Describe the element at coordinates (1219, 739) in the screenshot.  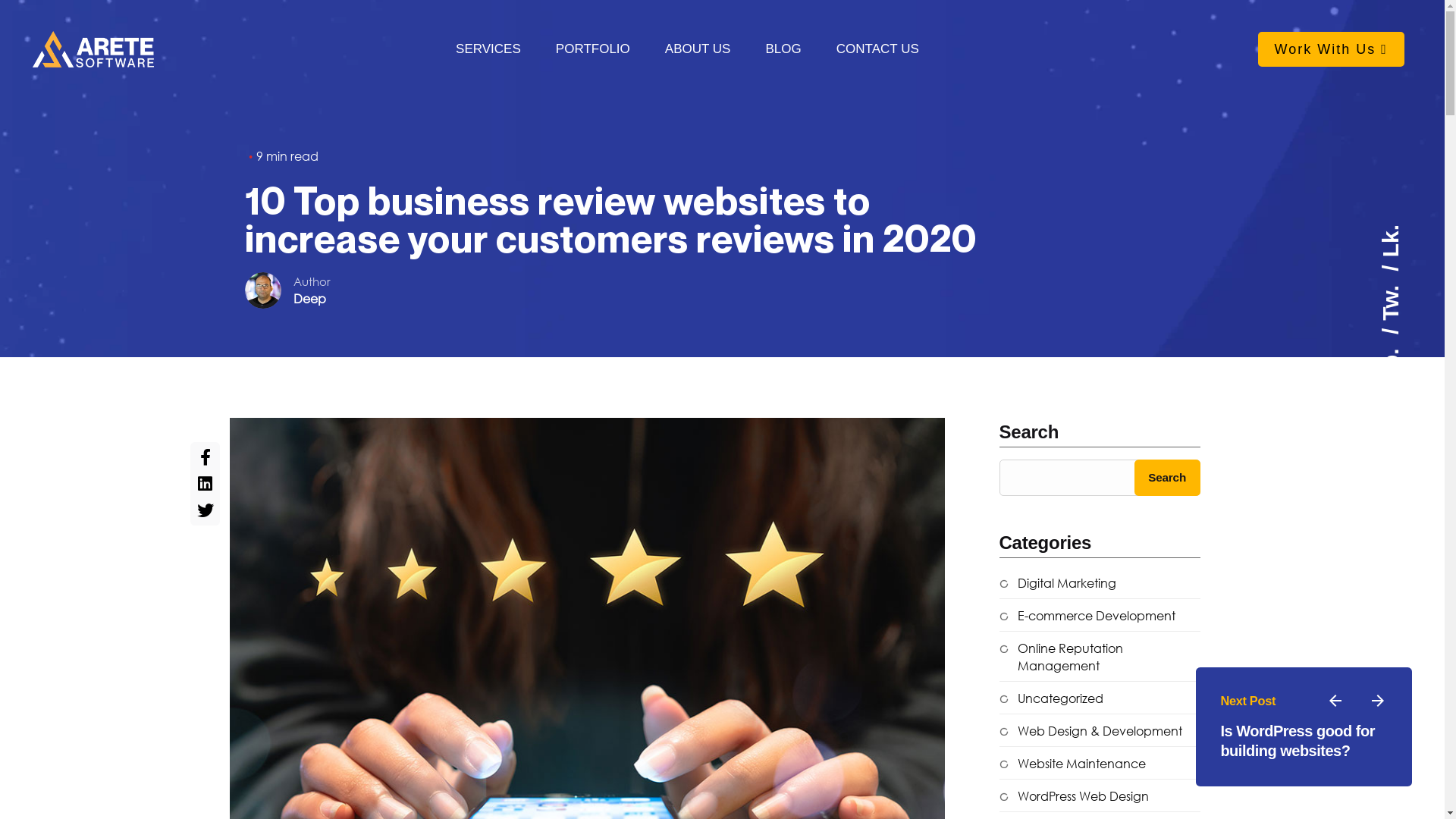
I see `'Is WordPress good for building websites?'` at that location.